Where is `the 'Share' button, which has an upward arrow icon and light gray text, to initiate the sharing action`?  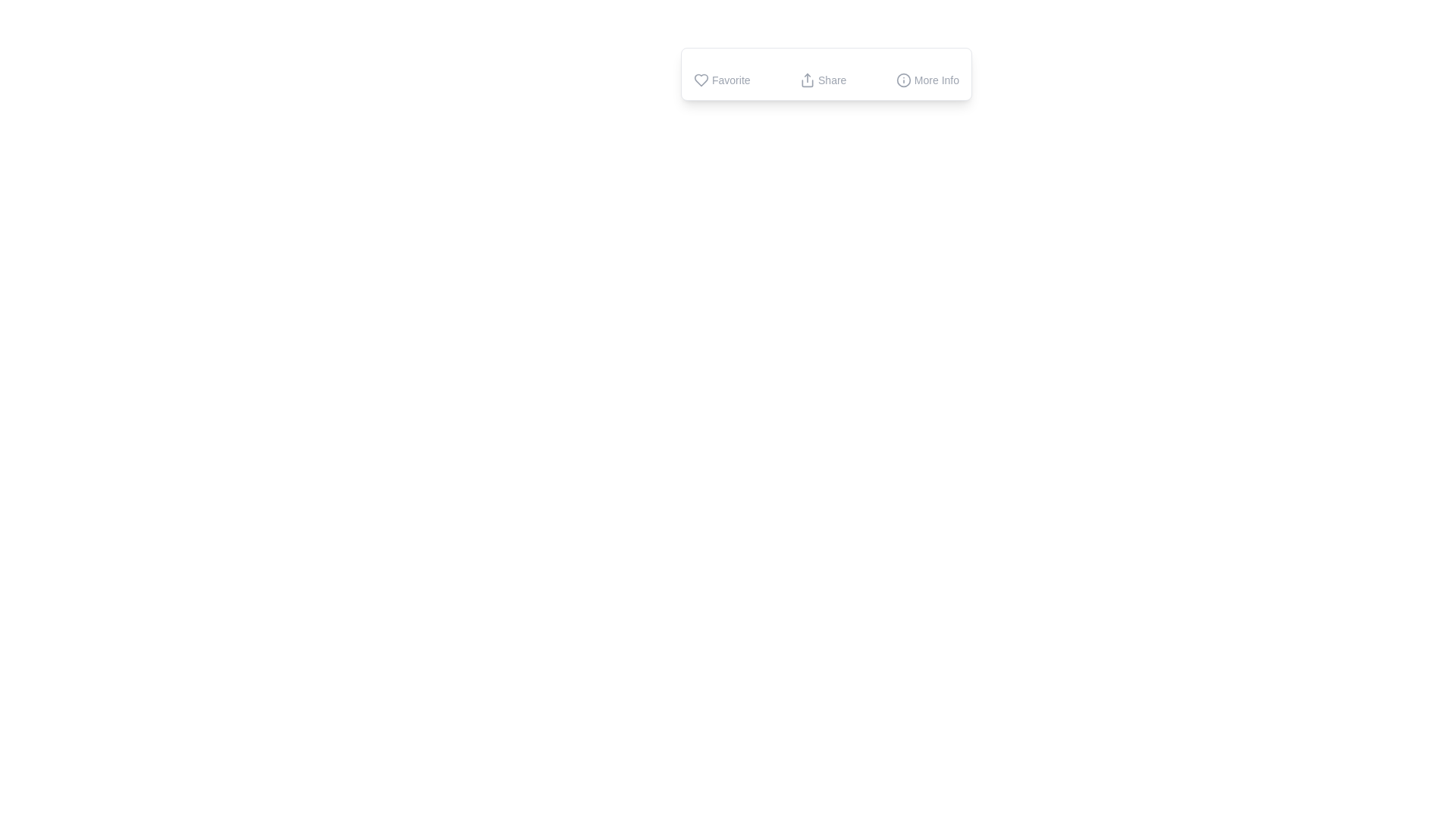 the 'Share' button, which has an upward arrow icon and light gray text, to initiate the sharing action is located at coordinates (822, 80).